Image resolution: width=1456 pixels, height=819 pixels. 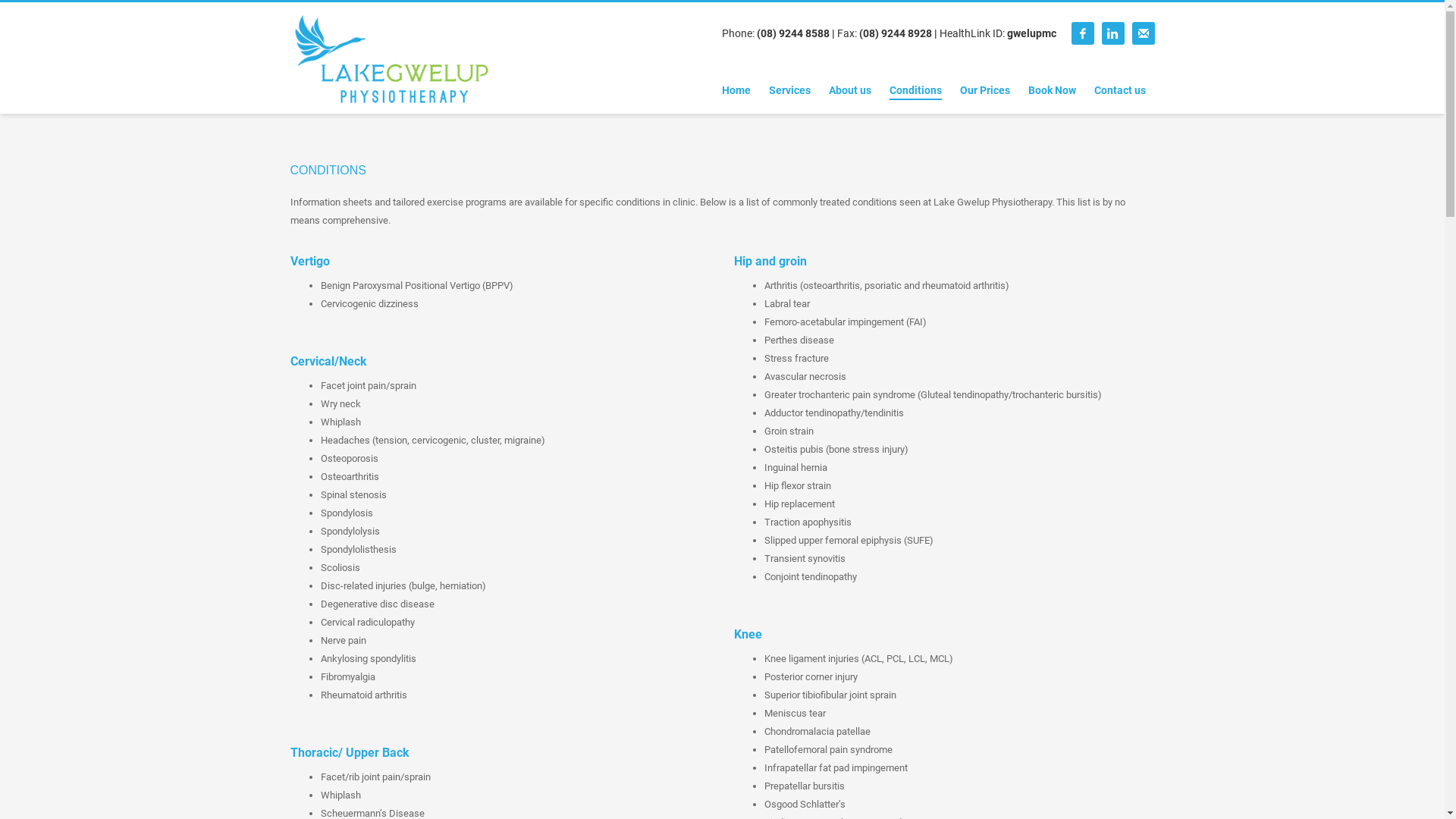 I want to click on 'Home', so click(x=736, y=90).